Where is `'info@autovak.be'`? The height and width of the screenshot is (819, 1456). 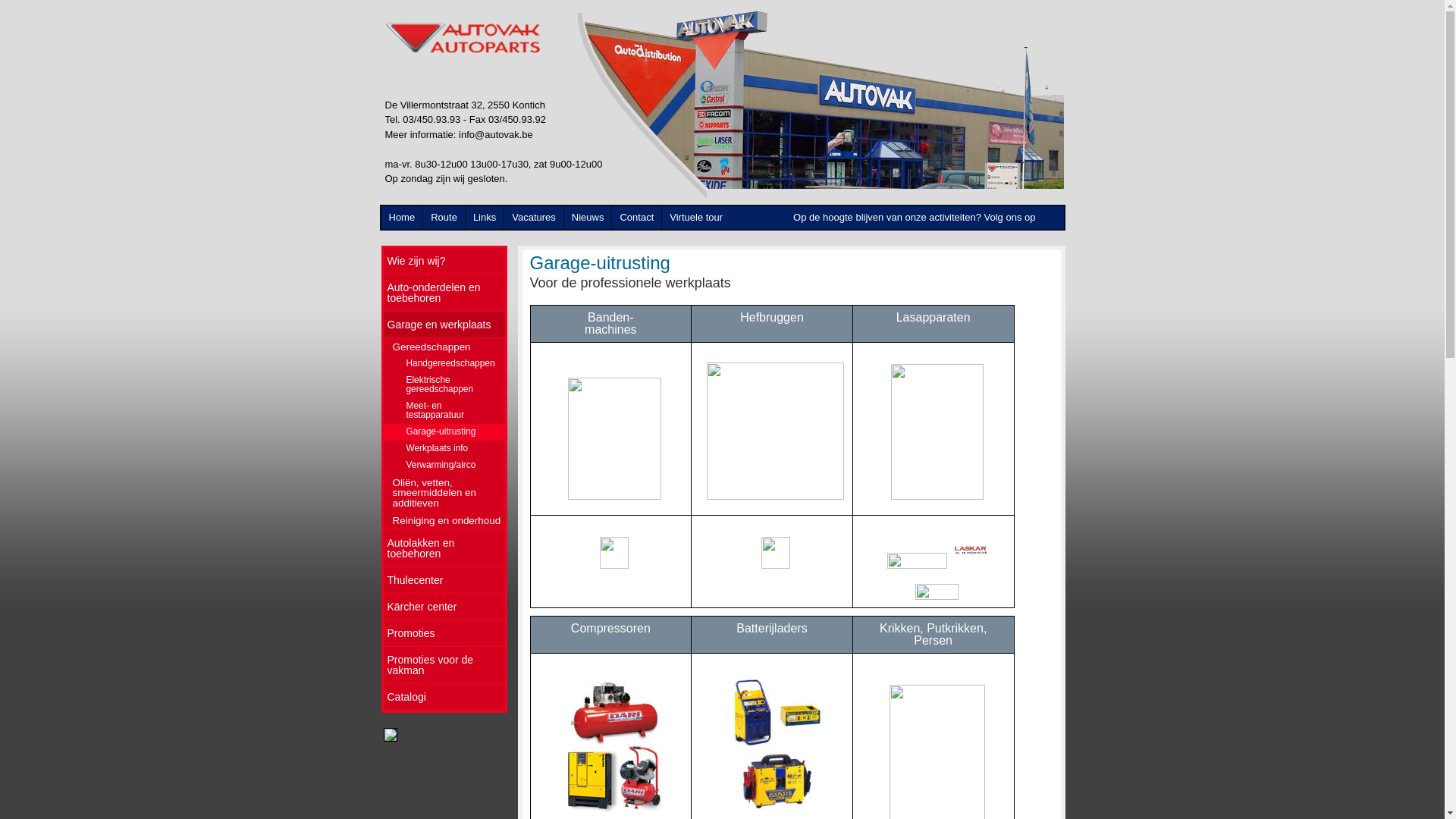 'info@autovak.be' is located at coordinates (495, 133).